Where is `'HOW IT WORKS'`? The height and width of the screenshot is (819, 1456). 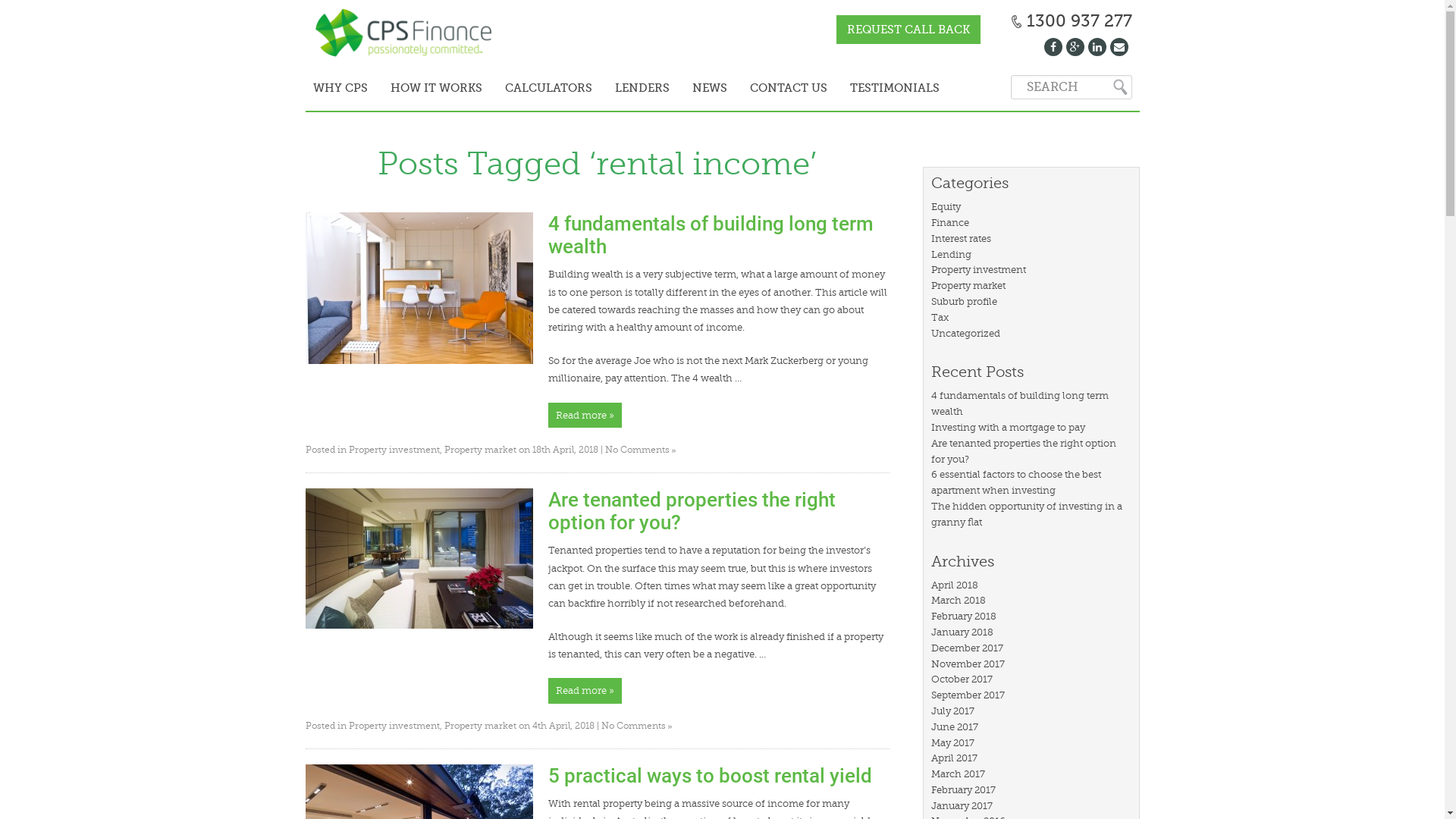 'HOW IT WORKS' is located at coordinates (378, 86).